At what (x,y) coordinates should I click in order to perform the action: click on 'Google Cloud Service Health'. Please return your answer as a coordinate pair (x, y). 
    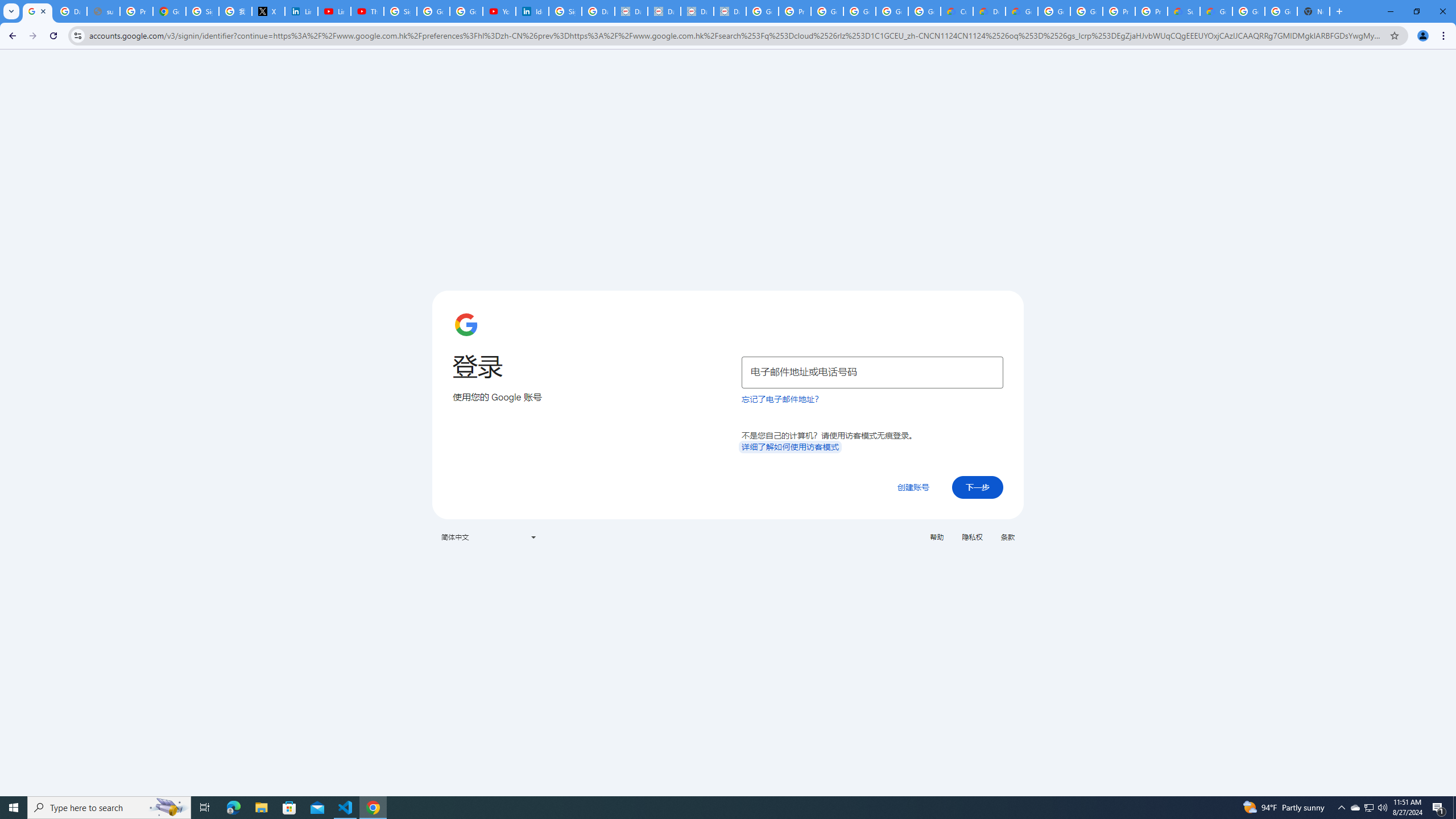
    Looking at the image, I should click on (1215, 11).